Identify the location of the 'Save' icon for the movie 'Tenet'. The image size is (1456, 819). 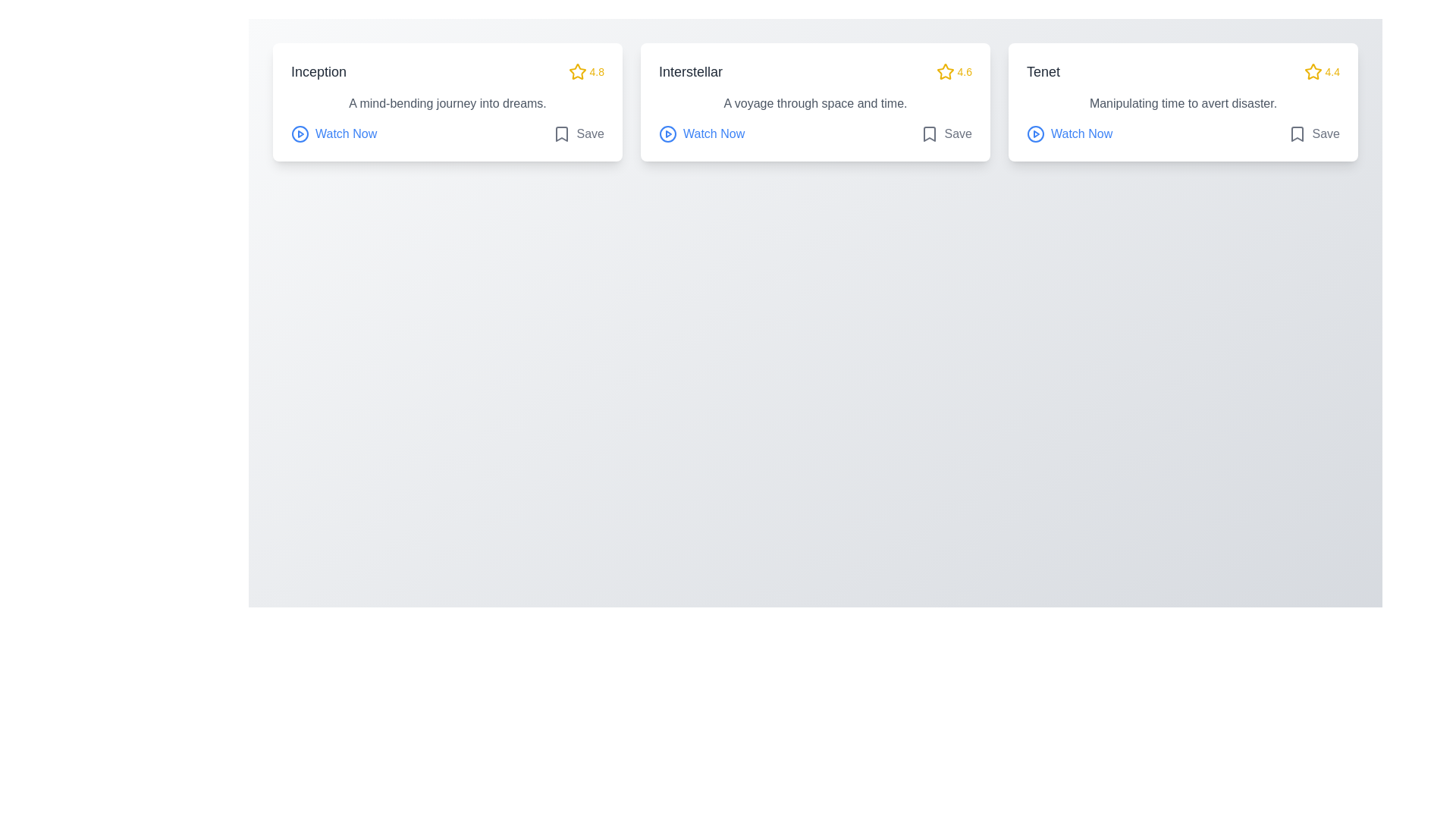
(1296, 133).